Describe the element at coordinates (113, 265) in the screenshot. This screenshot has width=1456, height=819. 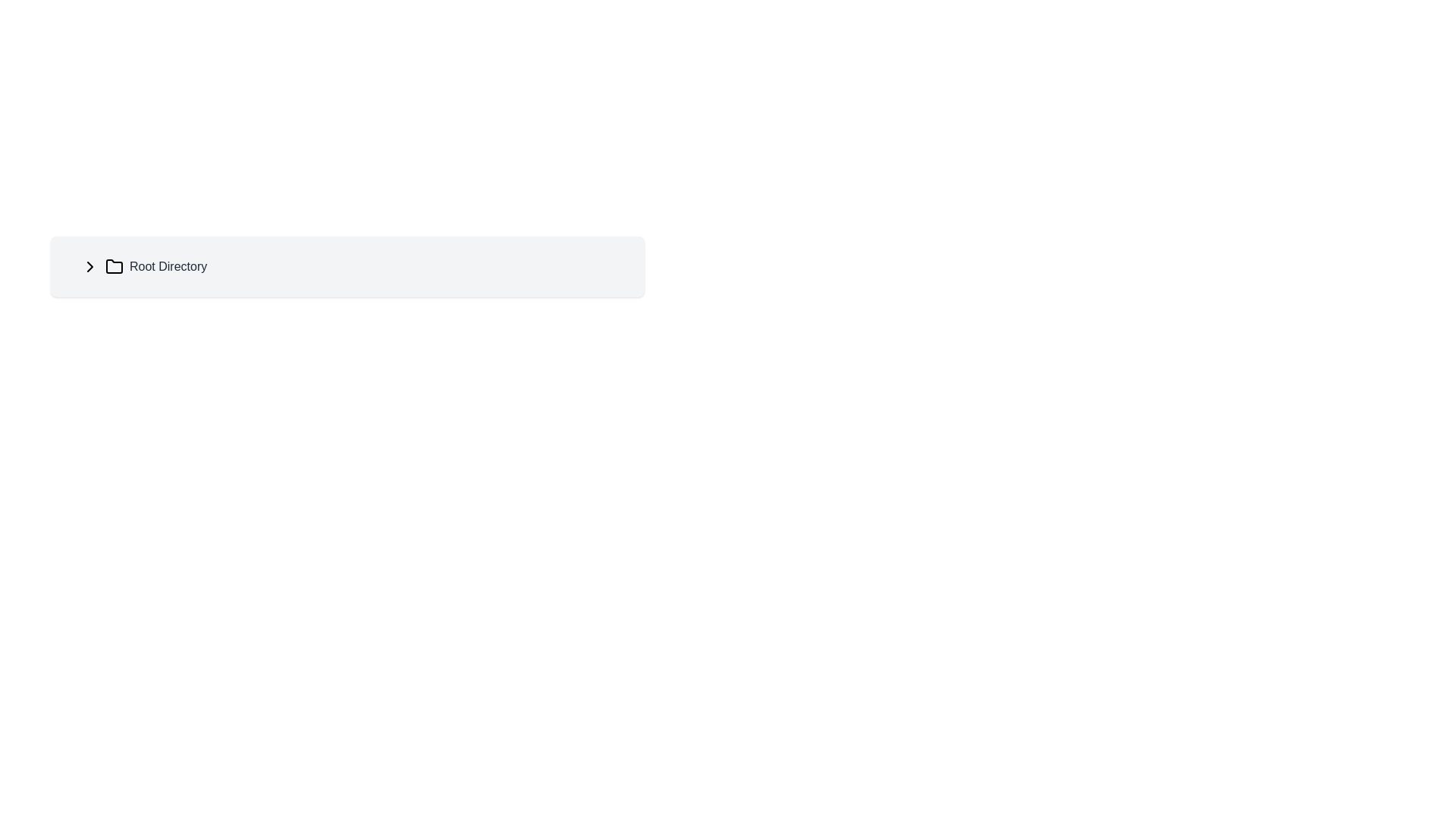
I see `the folder icon which is situated to the right of the chevron arrow and to the left of the 'Root Directory' text label, indicating its presence in the directory structure` at that location.